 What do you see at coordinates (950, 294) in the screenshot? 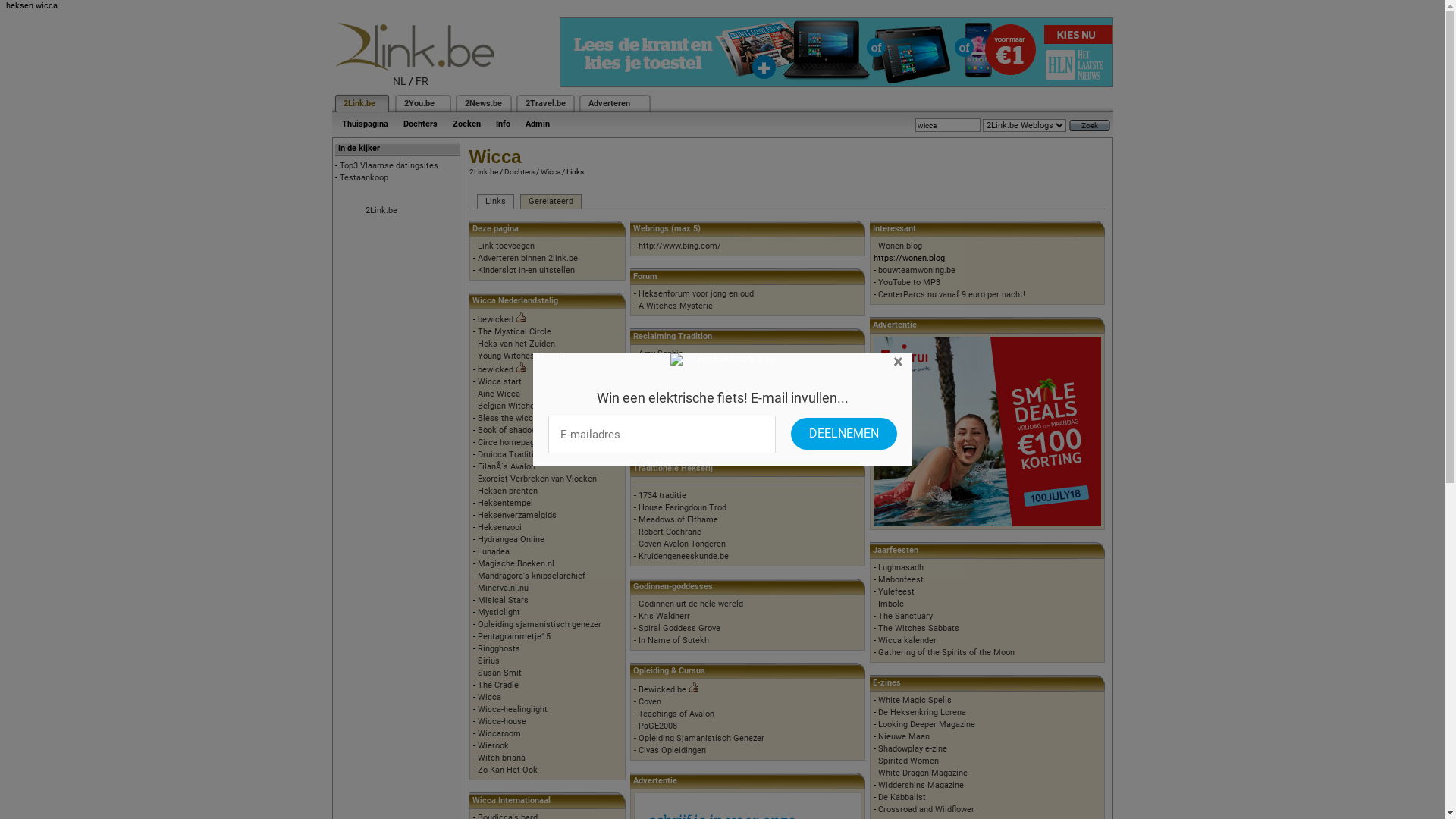
I see `'CenterParcs nu vanaf 9 euro per nacht!'` at bounding box center [950, 294].